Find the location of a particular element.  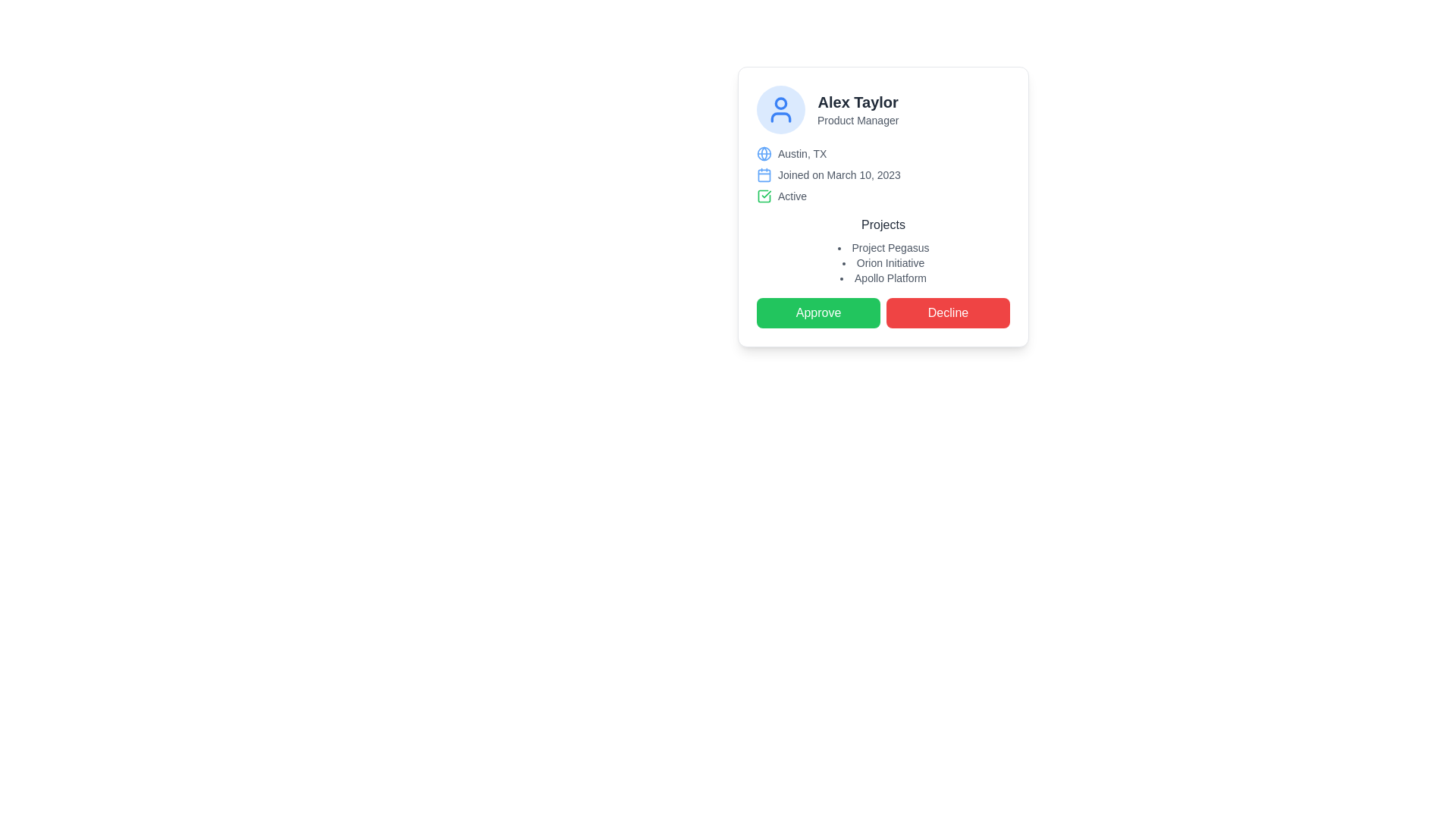

the static text label that serves as a descriptor for the job title or role of the individual named 'Alex Taylor', located directly beneath the 'Alex Taylor' text in the top-left section of the card layout is located at coordinates (858, 119).